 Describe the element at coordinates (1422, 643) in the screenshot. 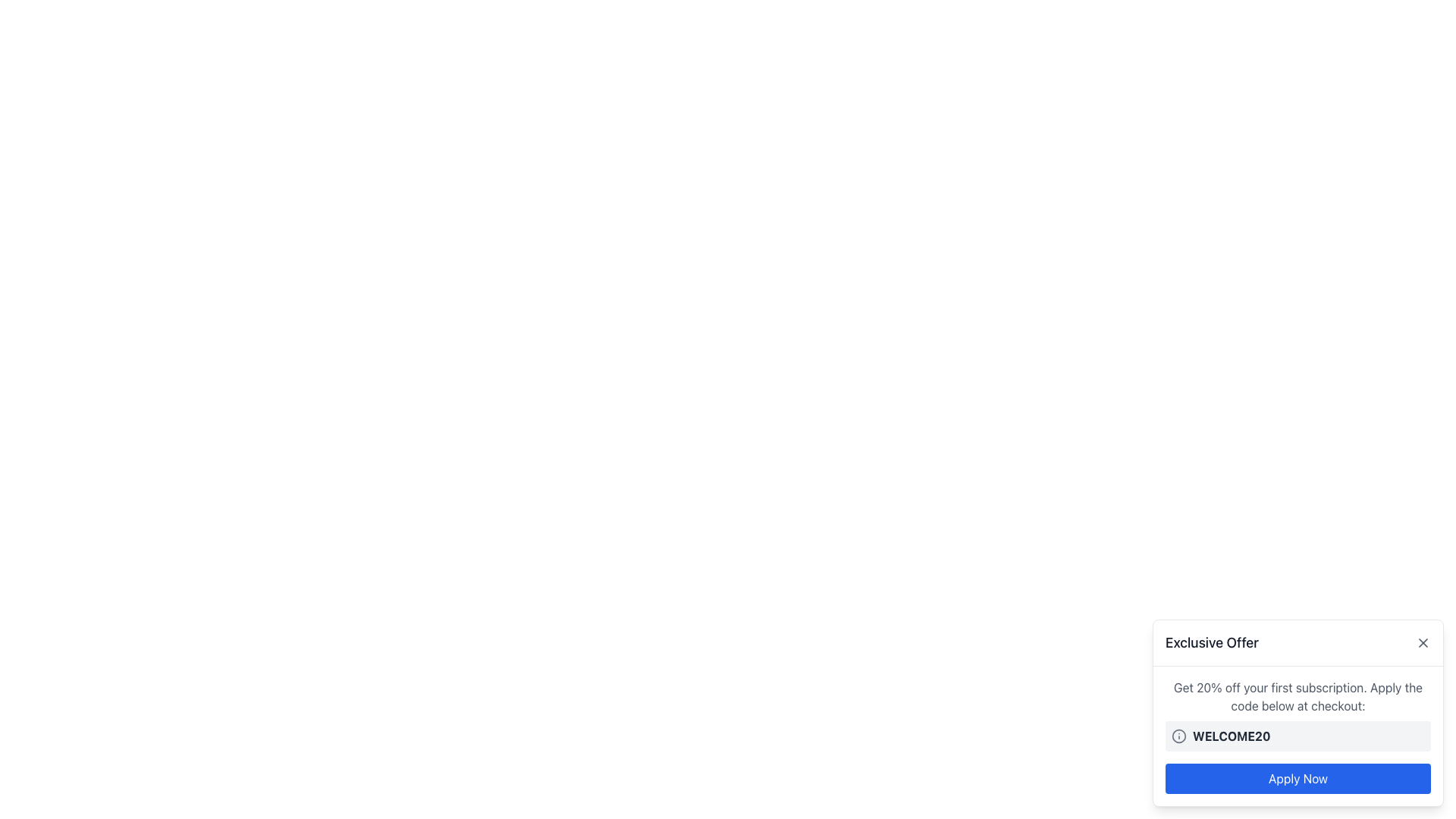

I see `the close button located on the right side of the header section of the popup` at that location.